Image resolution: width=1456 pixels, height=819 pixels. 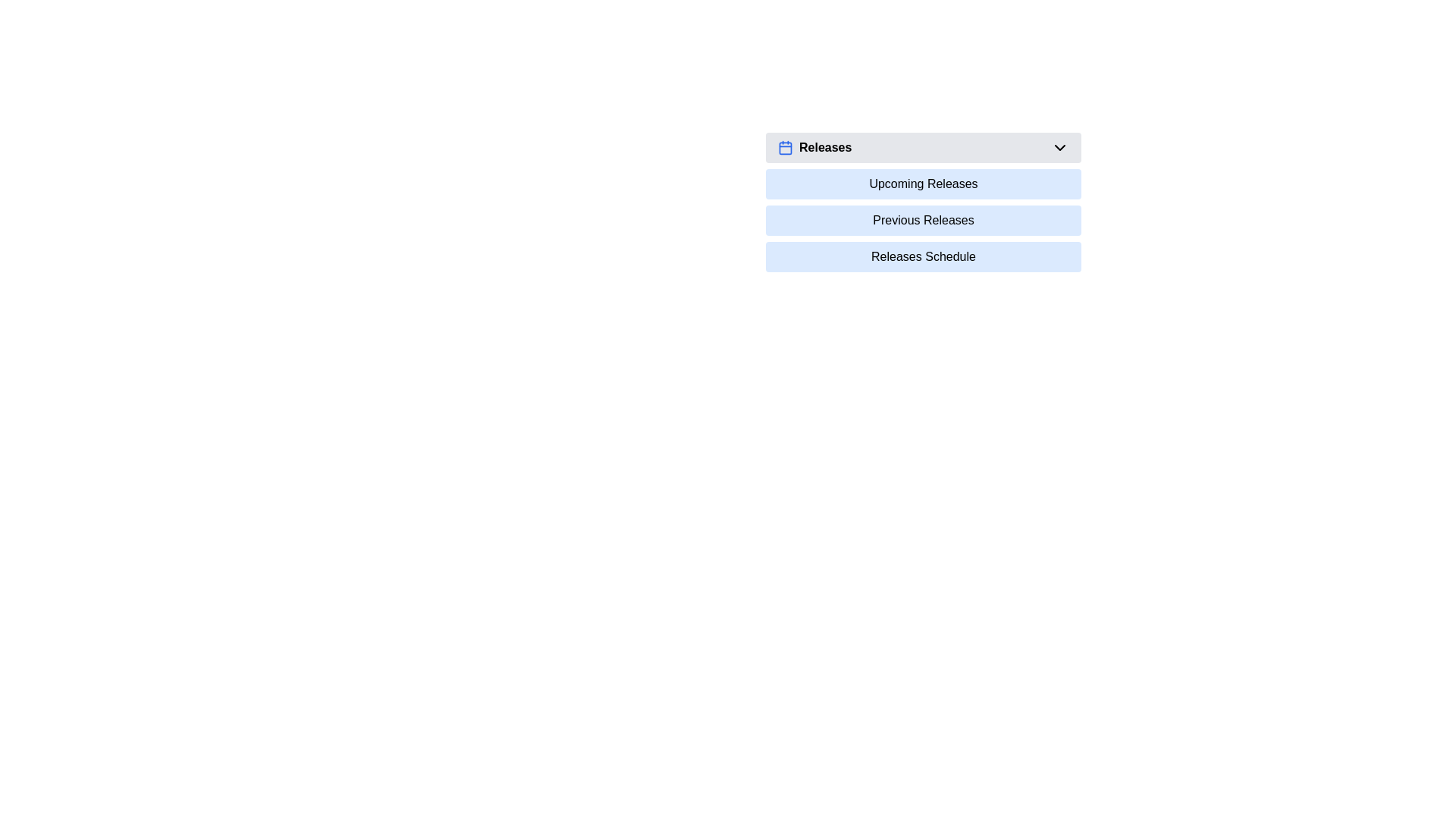 What do you see at coordinates (923, 220) in the screenshot?
I see `the 'Previous Releases' button, which is styled with a light blue background and rounded corners` at bounding box center [923, 220].